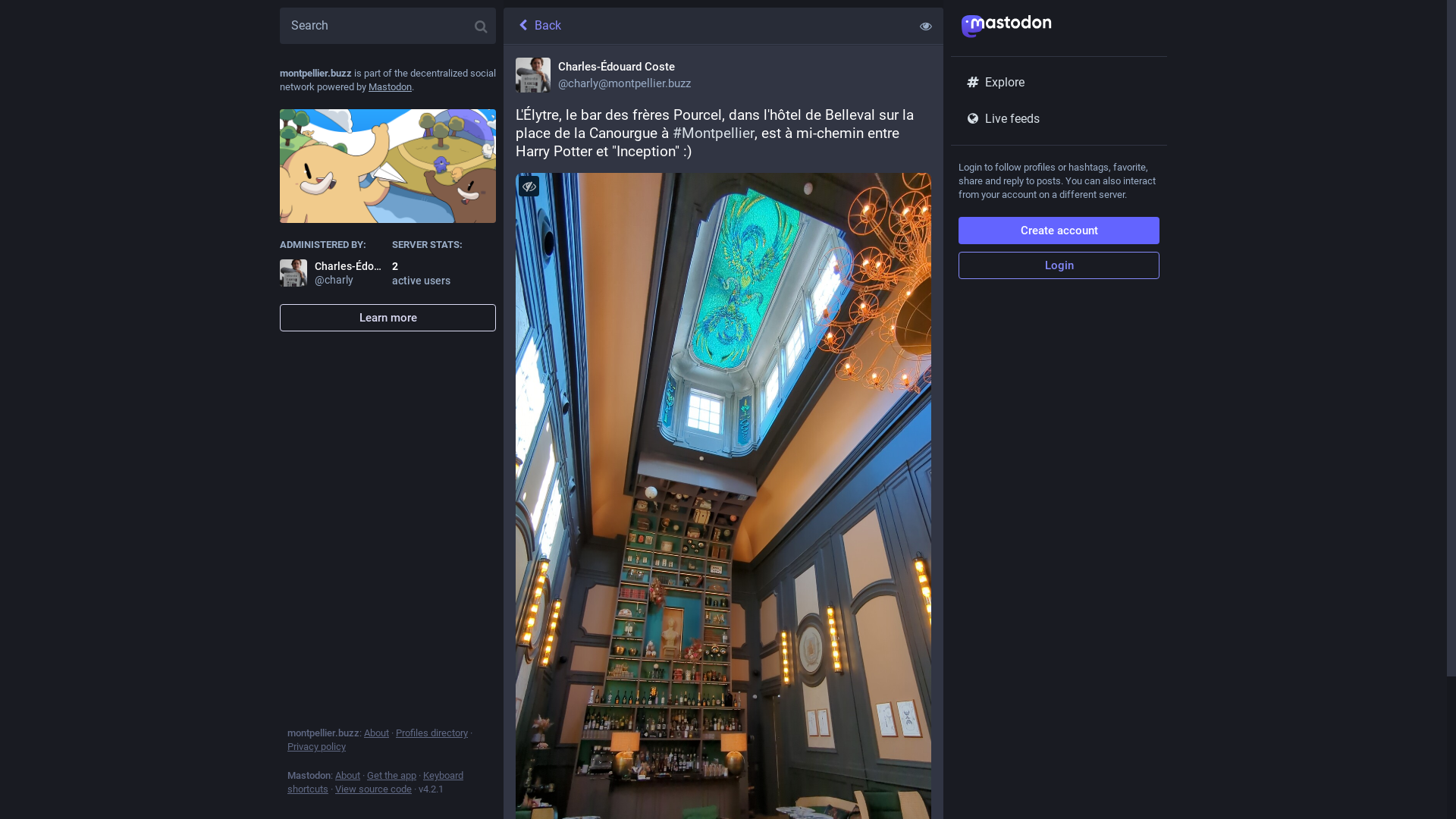 This screenshot has width=1456, height=819. I want to click on 'Get the app', so click(391, 775).